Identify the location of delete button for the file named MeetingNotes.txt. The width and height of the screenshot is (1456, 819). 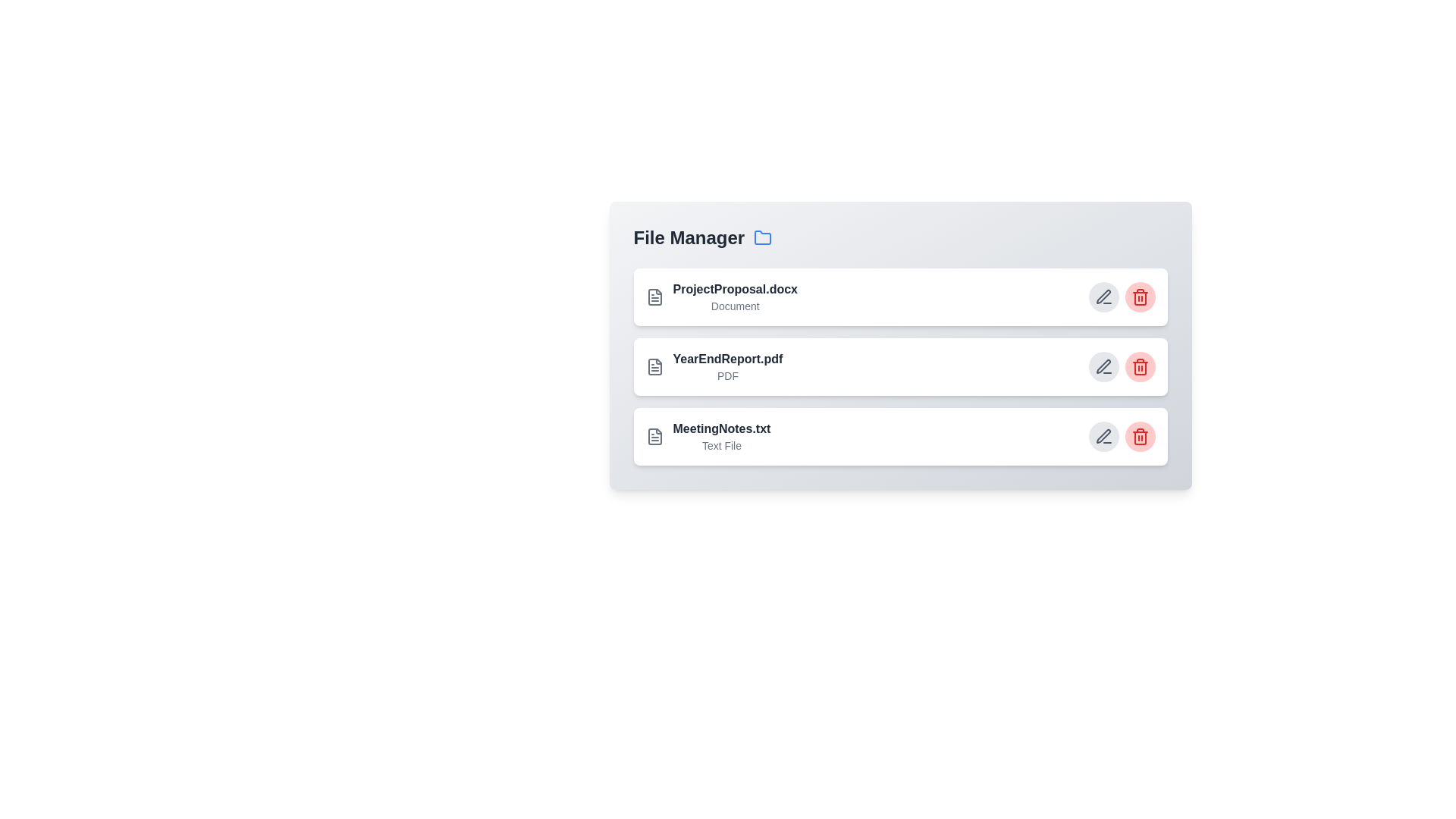
(1140, 436).